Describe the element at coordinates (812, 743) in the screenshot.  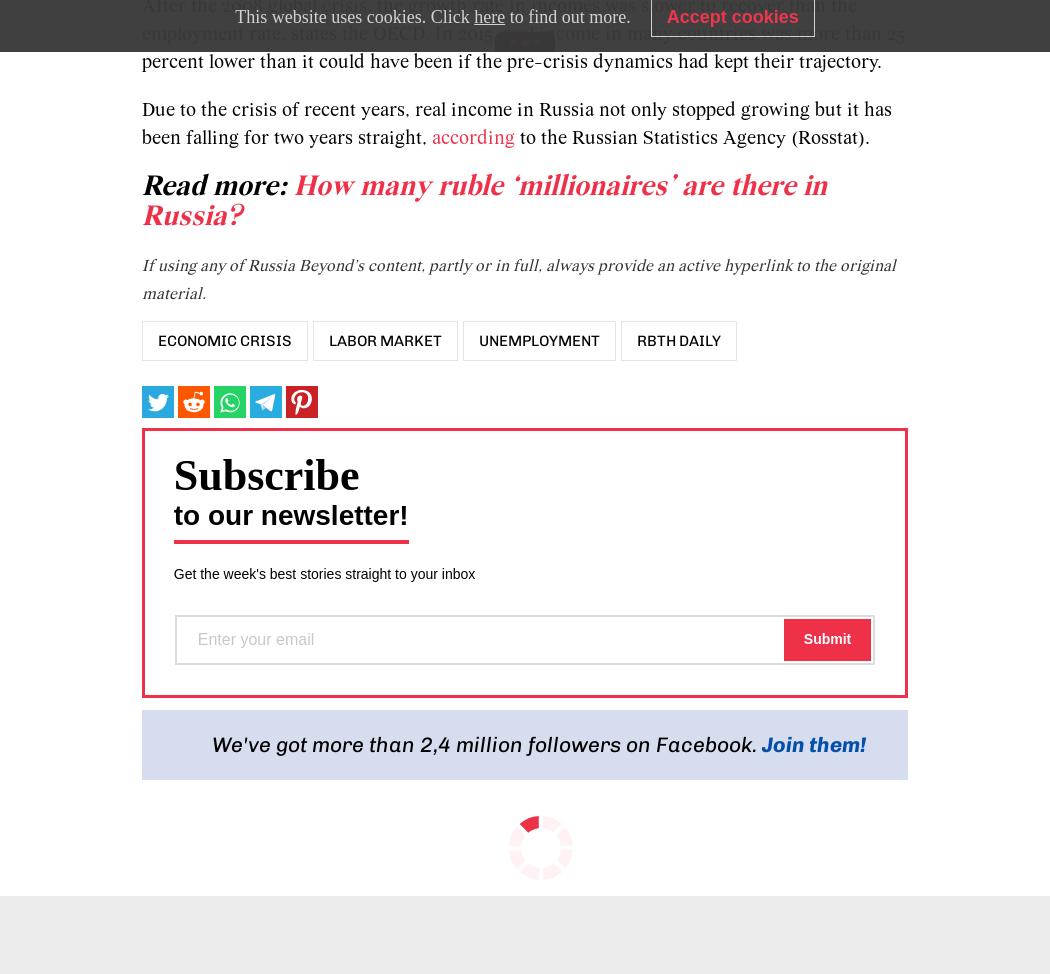
I see `'Join them!'` at that location.